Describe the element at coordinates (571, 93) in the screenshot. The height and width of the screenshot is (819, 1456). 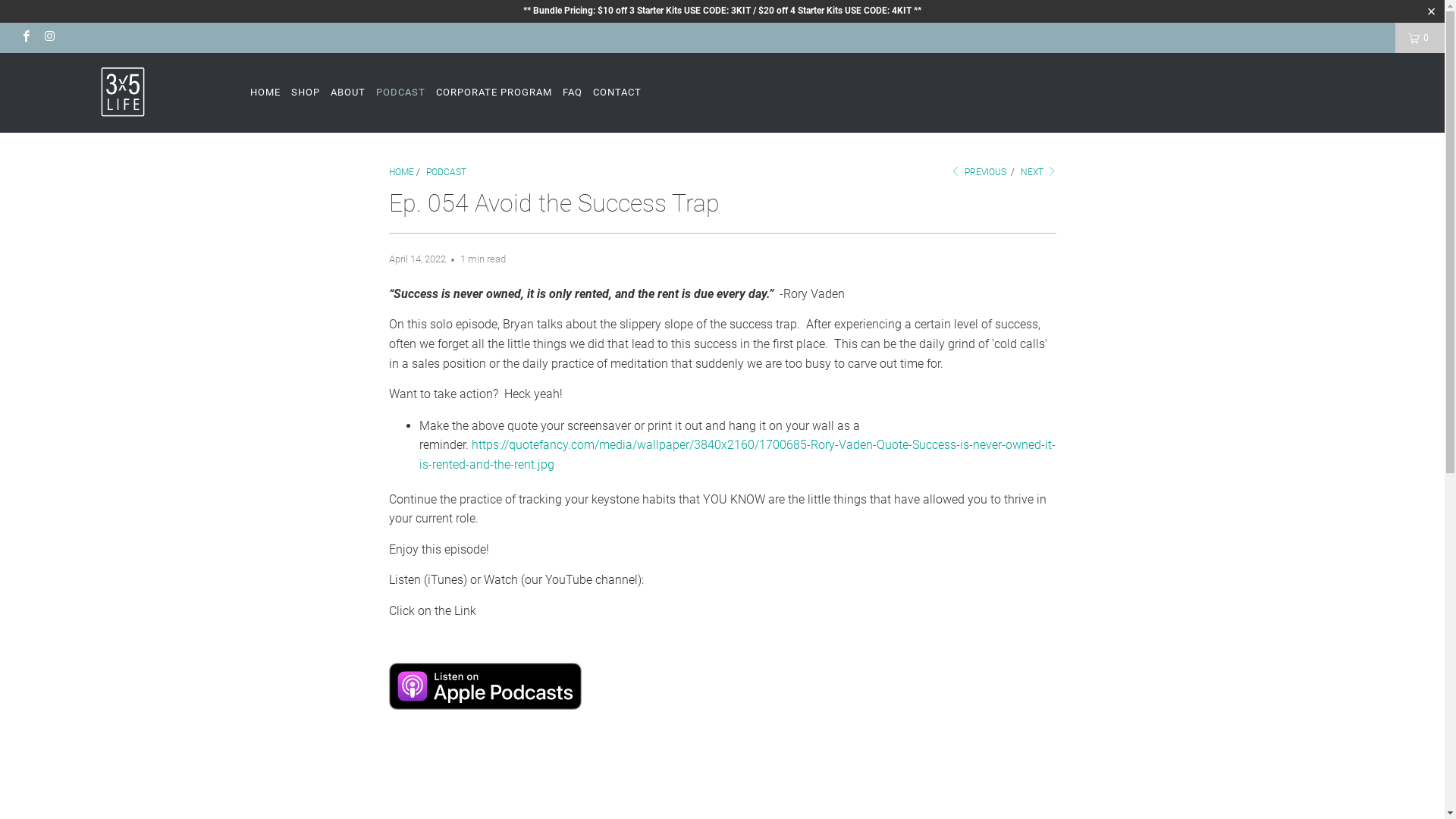
I see `'FAQ'` at that location.